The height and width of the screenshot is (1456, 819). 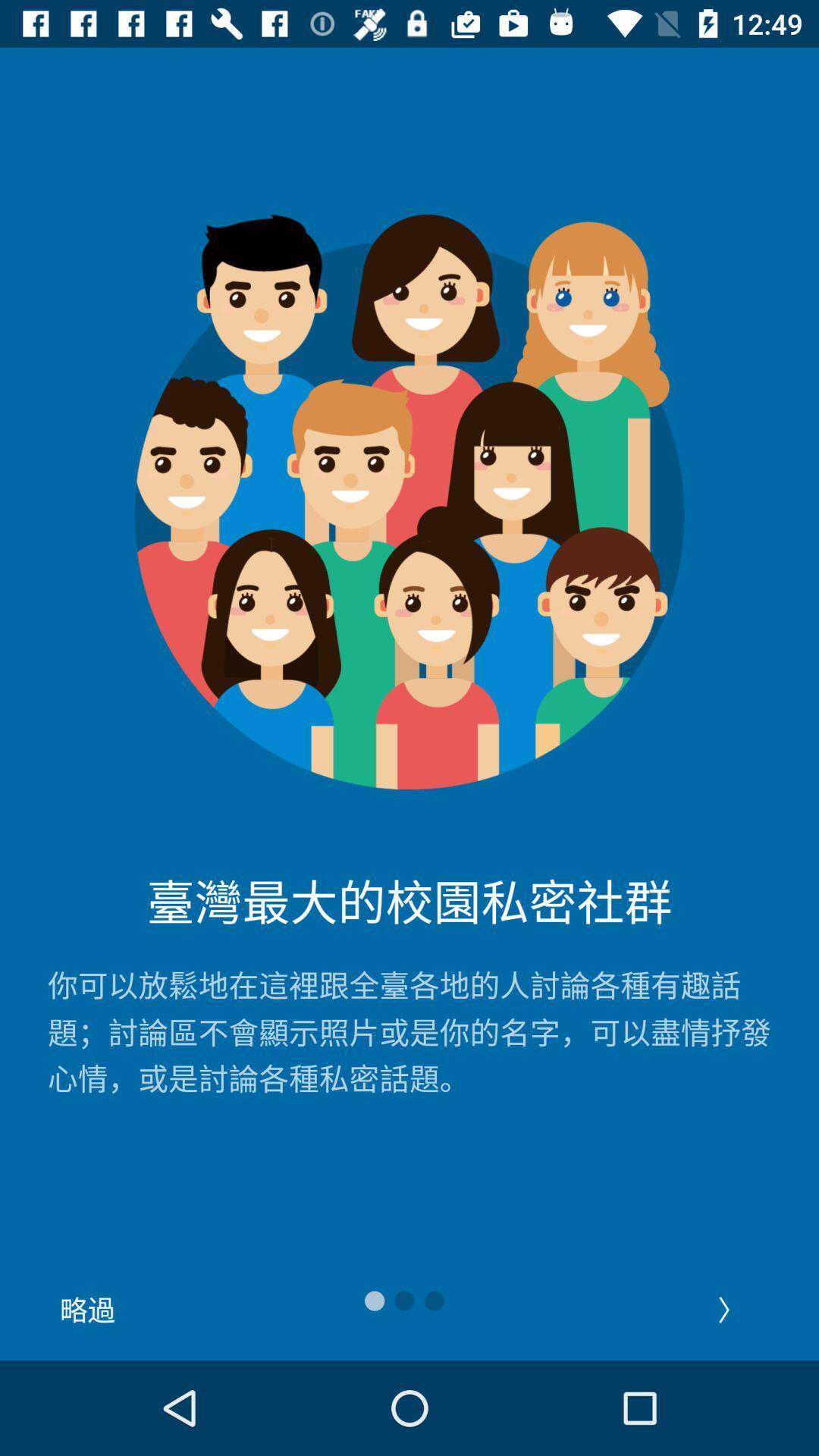 What do you see at coordinates (730, 1309) in the screenshot?
I see `the icon at the bottom right corner` at bounding box center [730, 1309].